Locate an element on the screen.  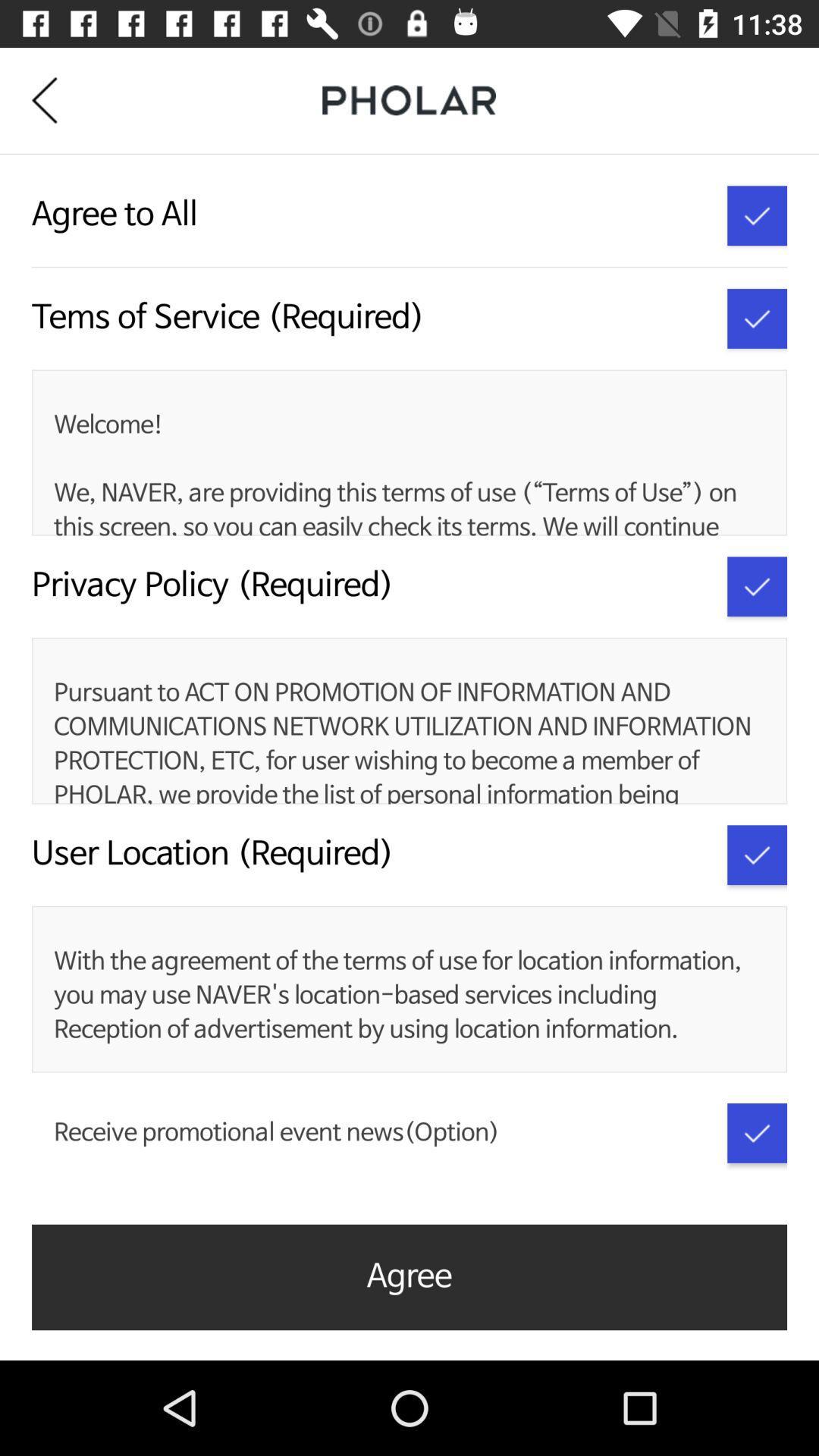
go back is located at coordinates (55, 99).